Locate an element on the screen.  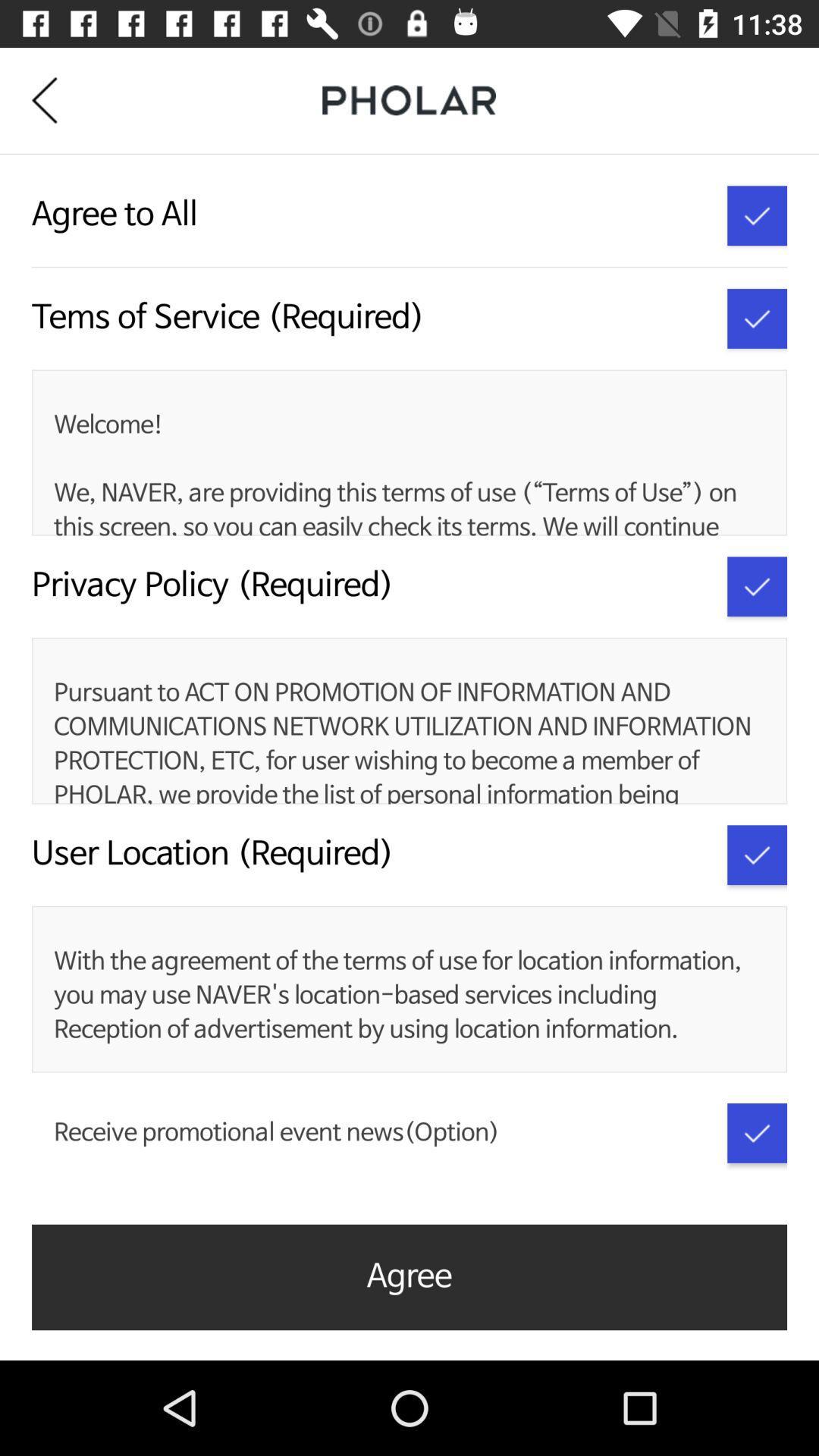
go back is located at coordinates (55, 99).